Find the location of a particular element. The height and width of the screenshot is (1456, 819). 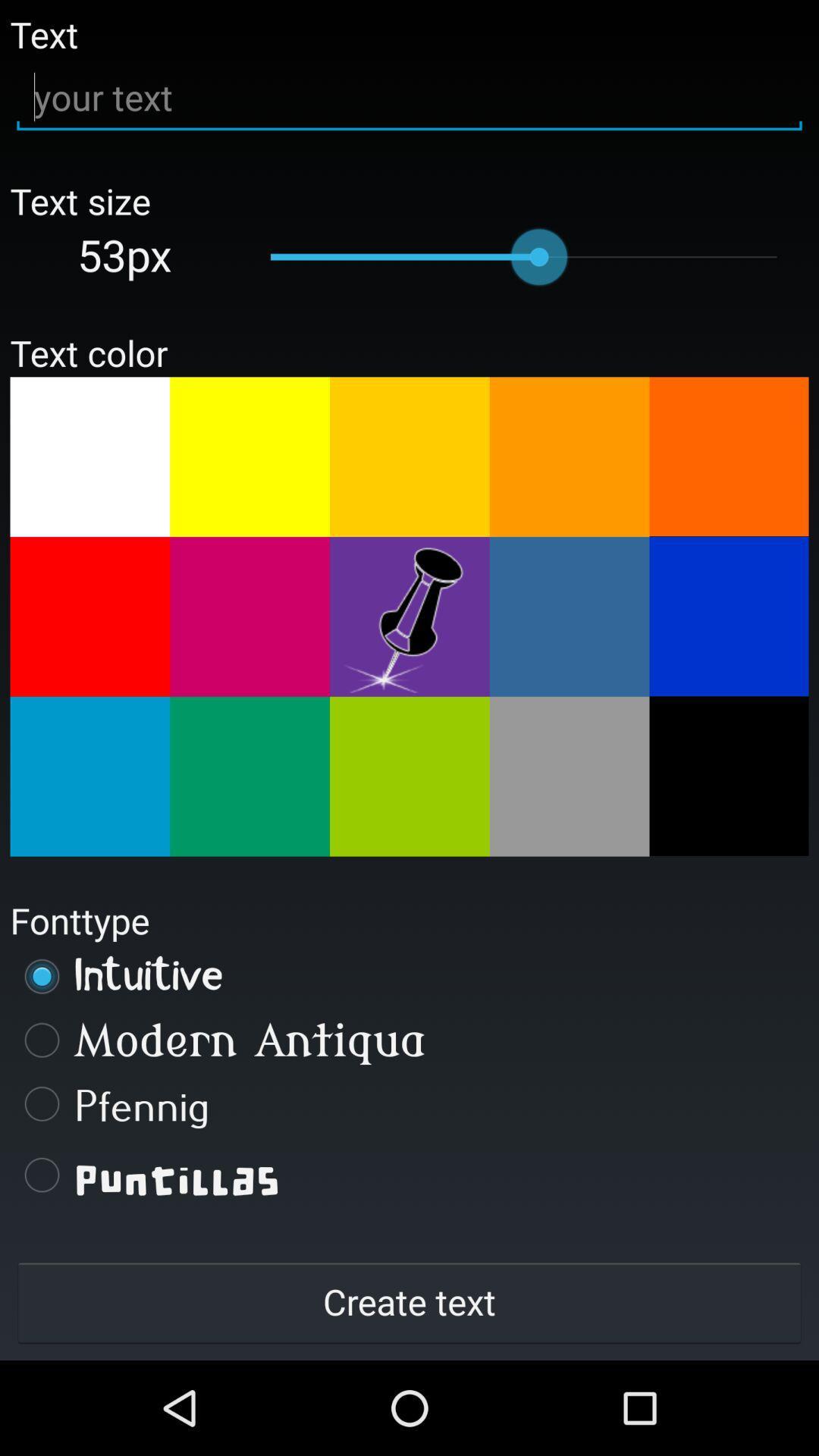

black text color is located at coordinates (728, 776).